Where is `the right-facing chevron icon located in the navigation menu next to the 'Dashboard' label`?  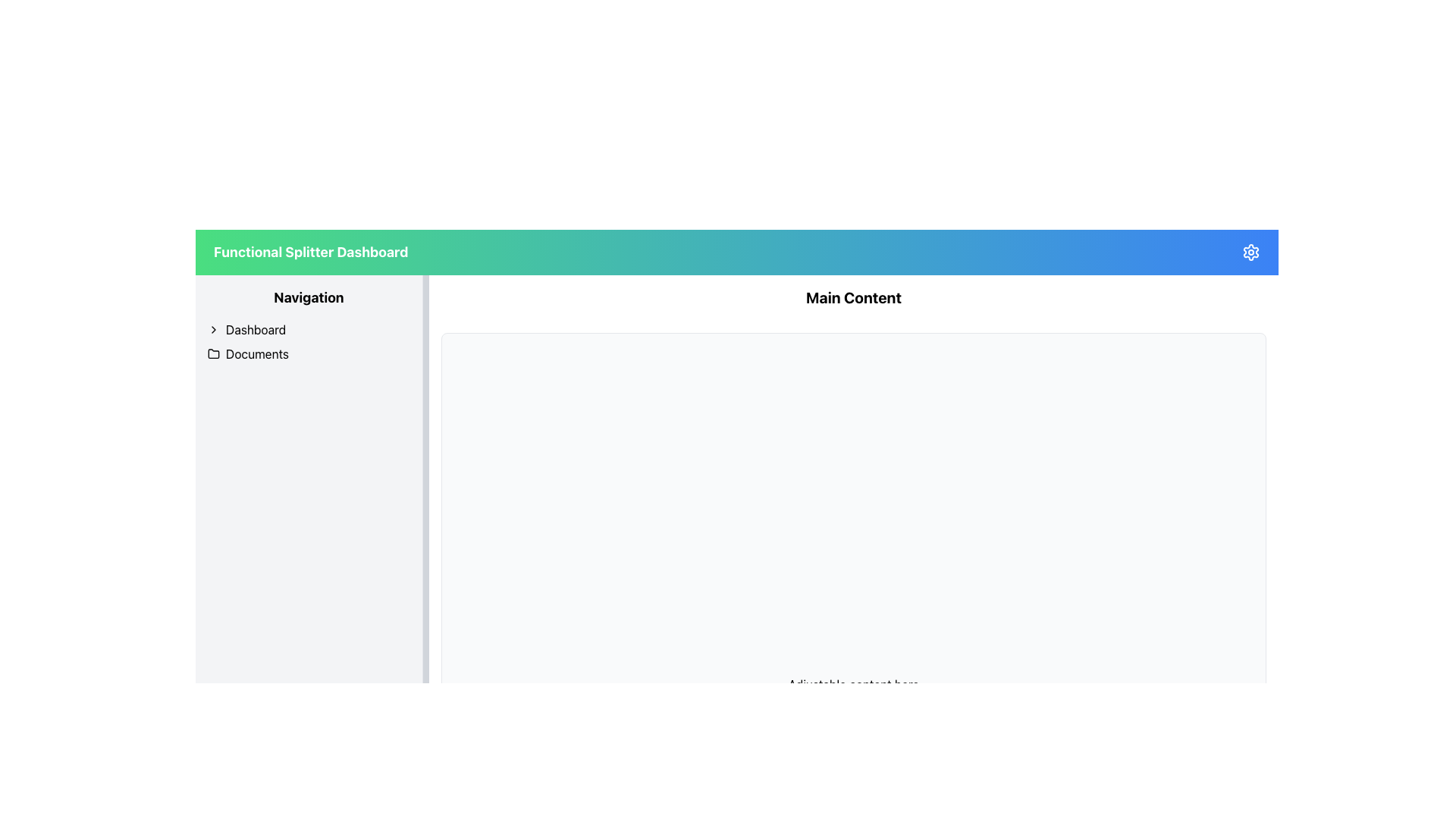 the right-facing chevron icon located in the navigation menu next to the 'Dashboard' label is located at coordinates (213, 329).